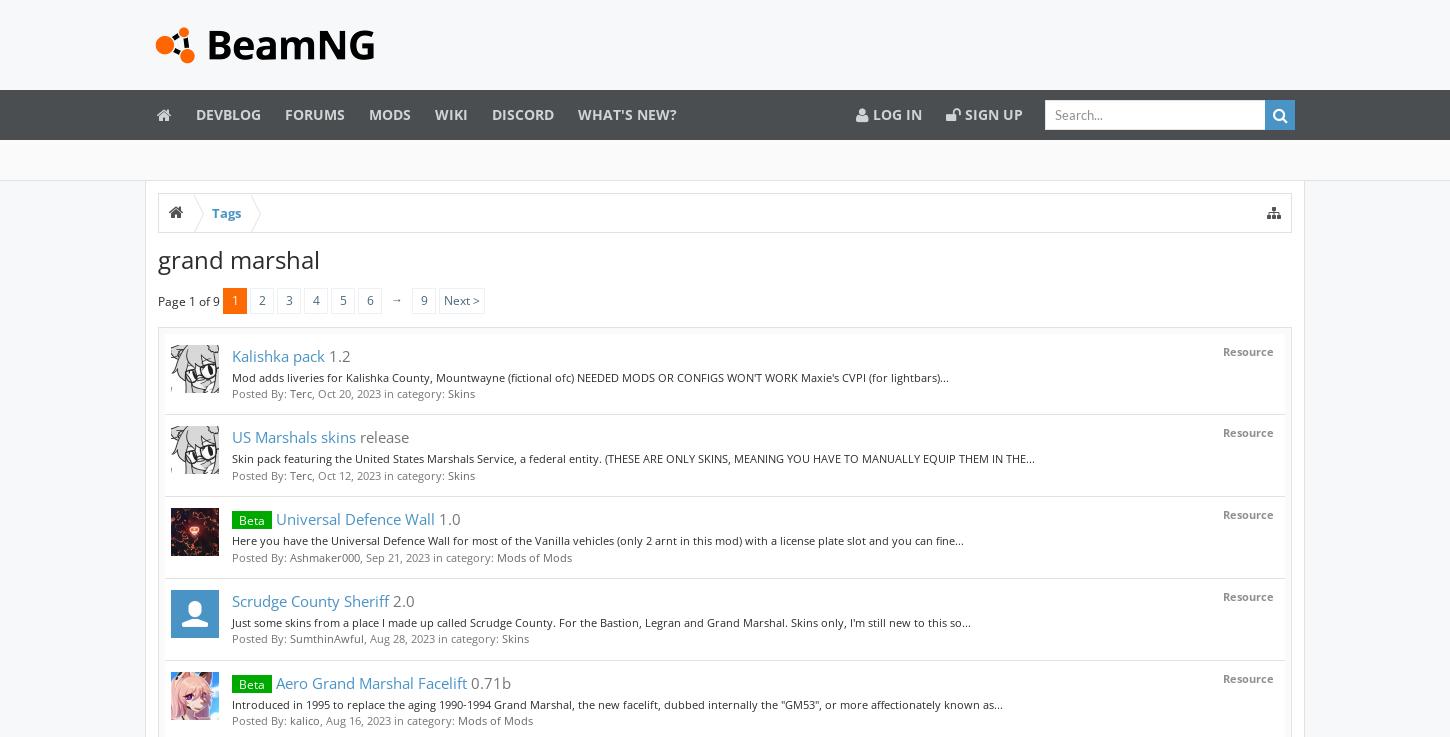  I want to click on 'Oct 12, 2023', so click(349, 475).